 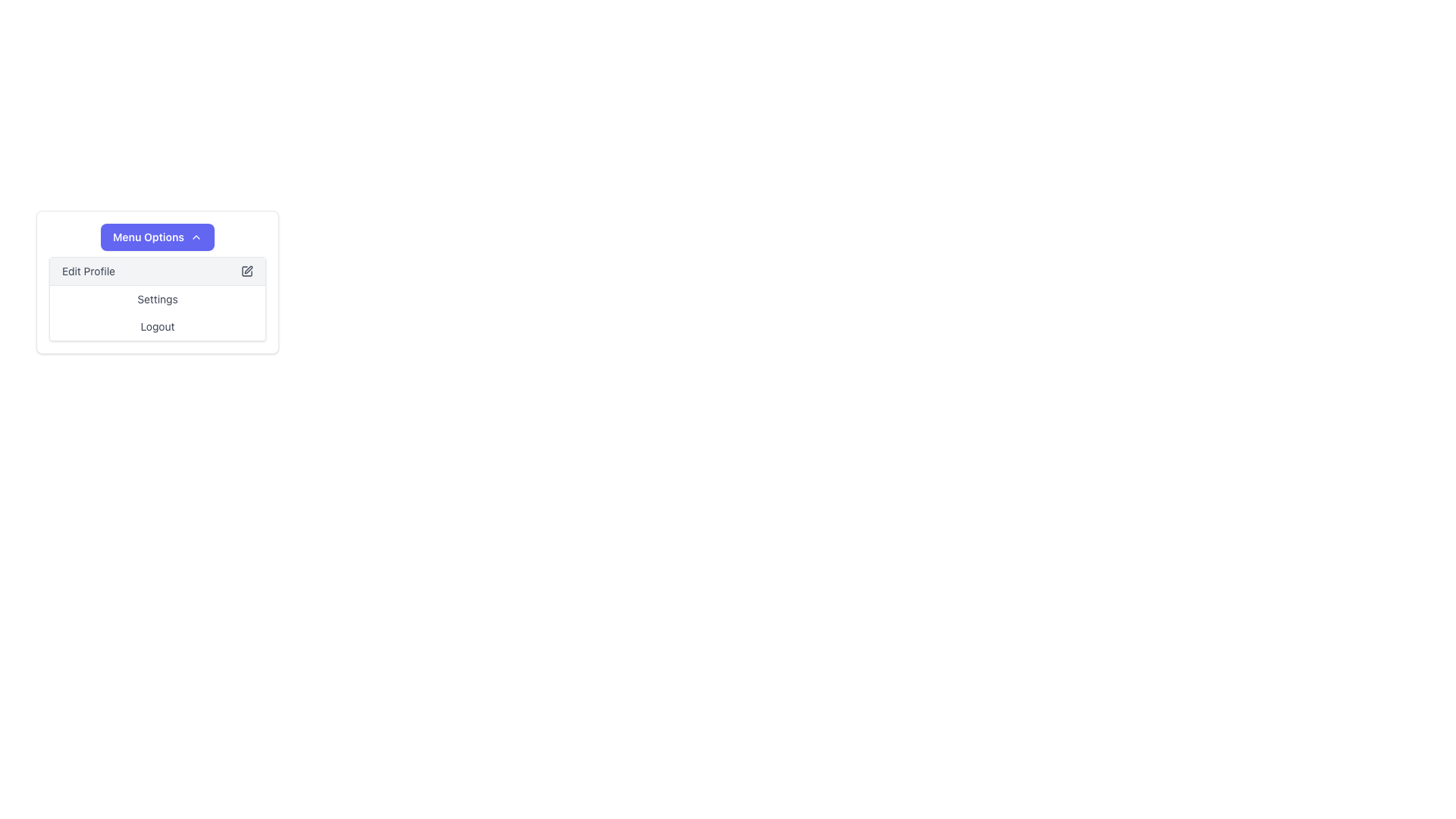 What do you see at coordinates (157, 299) in the screenshot?
I see `the 'Settings' option in the vertical menu located below the 'Menu Options' header` at bounding box center [157, 299].